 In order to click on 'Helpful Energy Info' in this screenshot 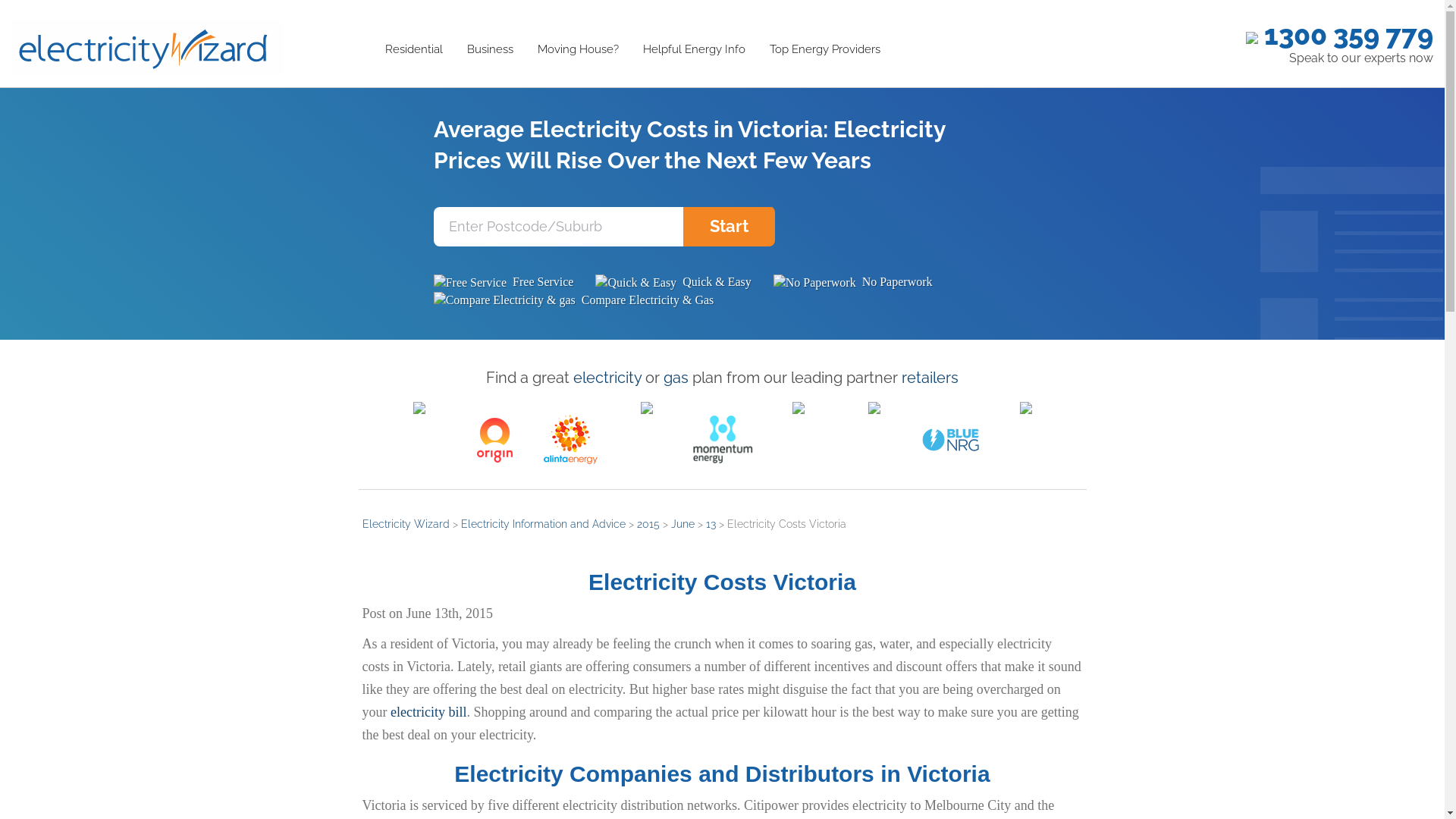, I will do `click(693, 49)`.